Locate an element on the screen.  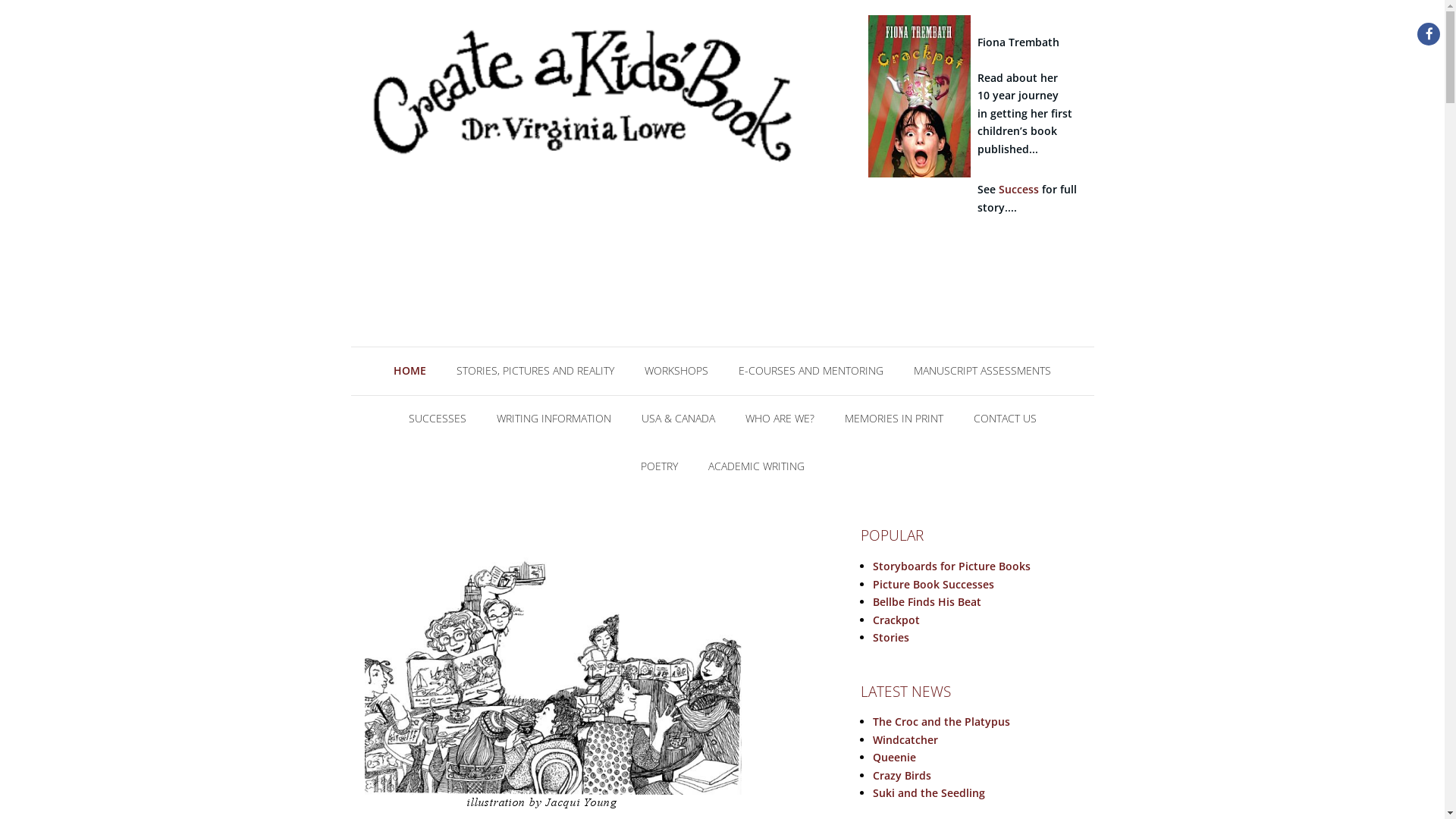
'CONTACT US' is located at coordinates (1005, 416).